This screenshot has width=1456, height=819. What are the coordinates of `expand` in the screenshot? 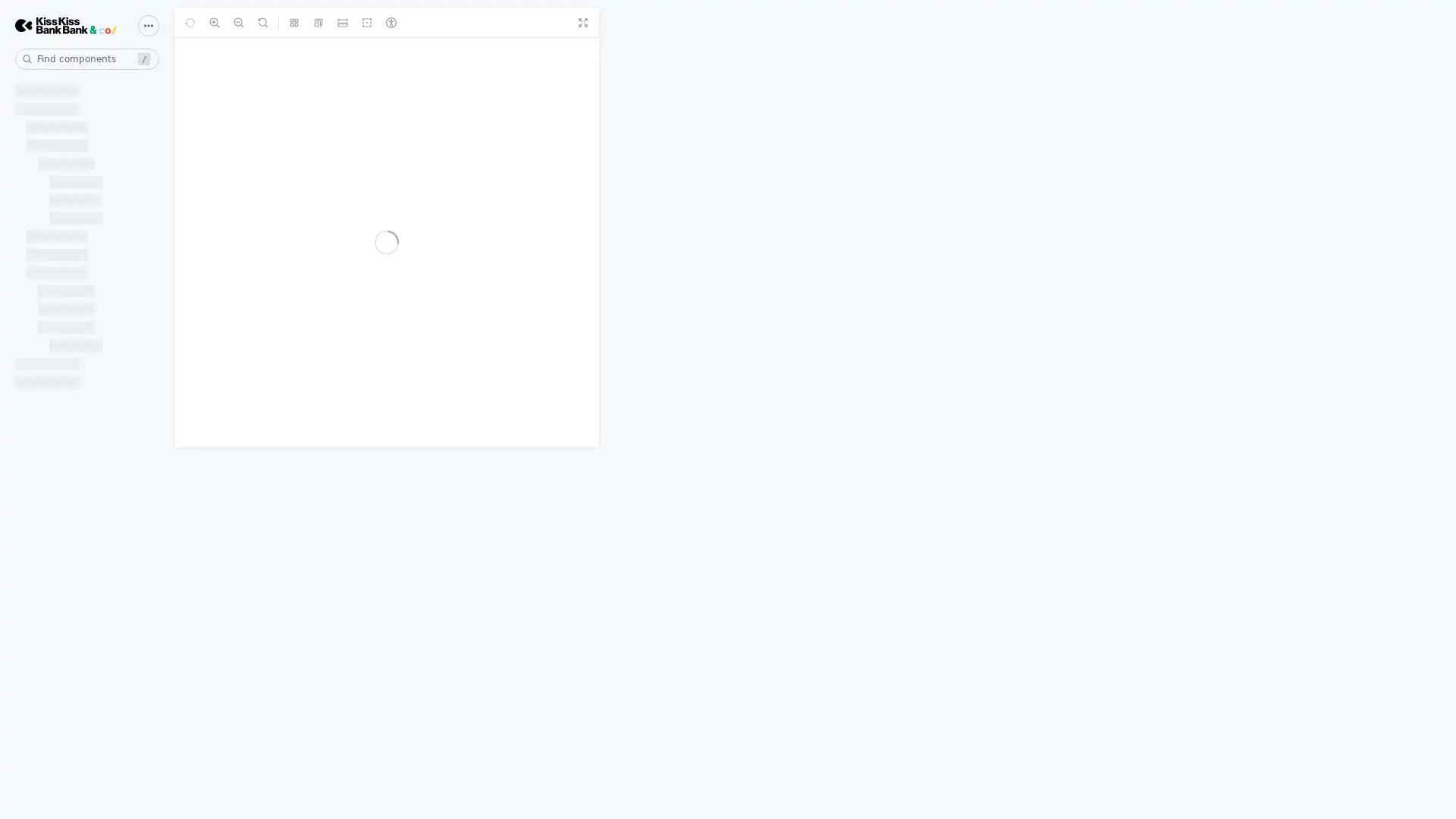 It's located at (152, 776).